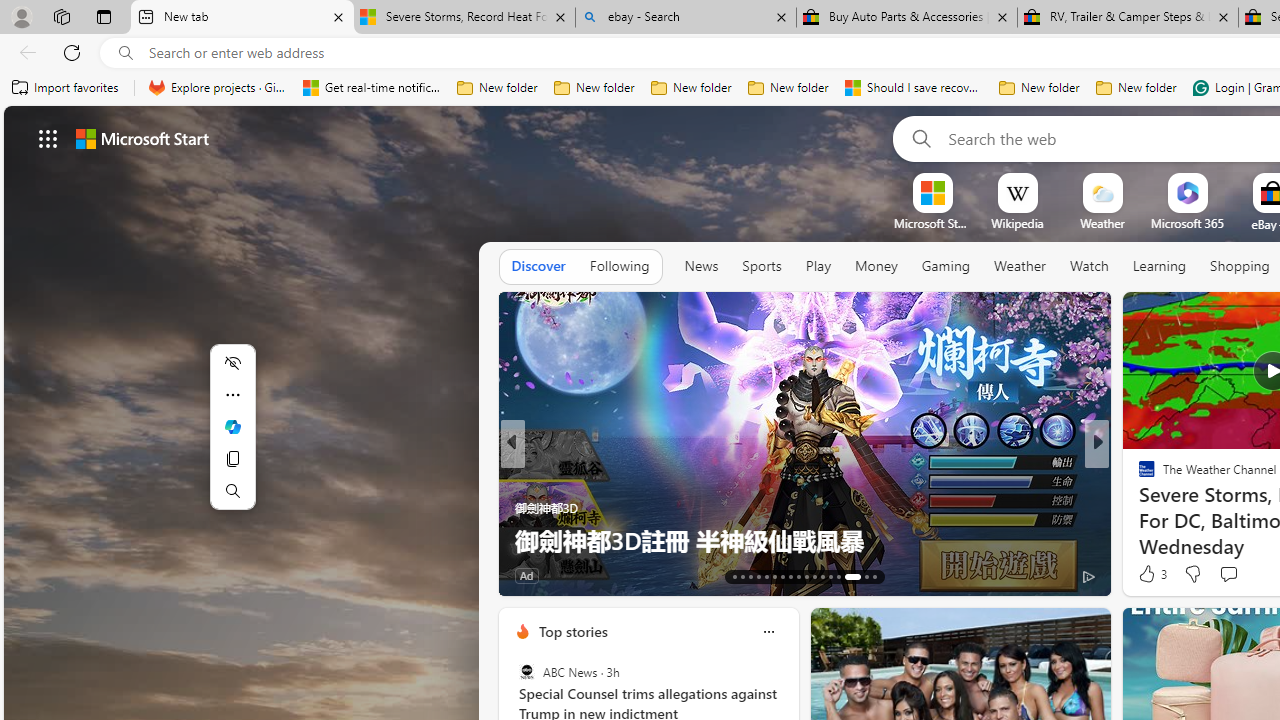 The width and height of the screenshot is (1280, 720). Describe the element at coordinates (232, 458) in the screenshot. I see `'Copy'` at that location.